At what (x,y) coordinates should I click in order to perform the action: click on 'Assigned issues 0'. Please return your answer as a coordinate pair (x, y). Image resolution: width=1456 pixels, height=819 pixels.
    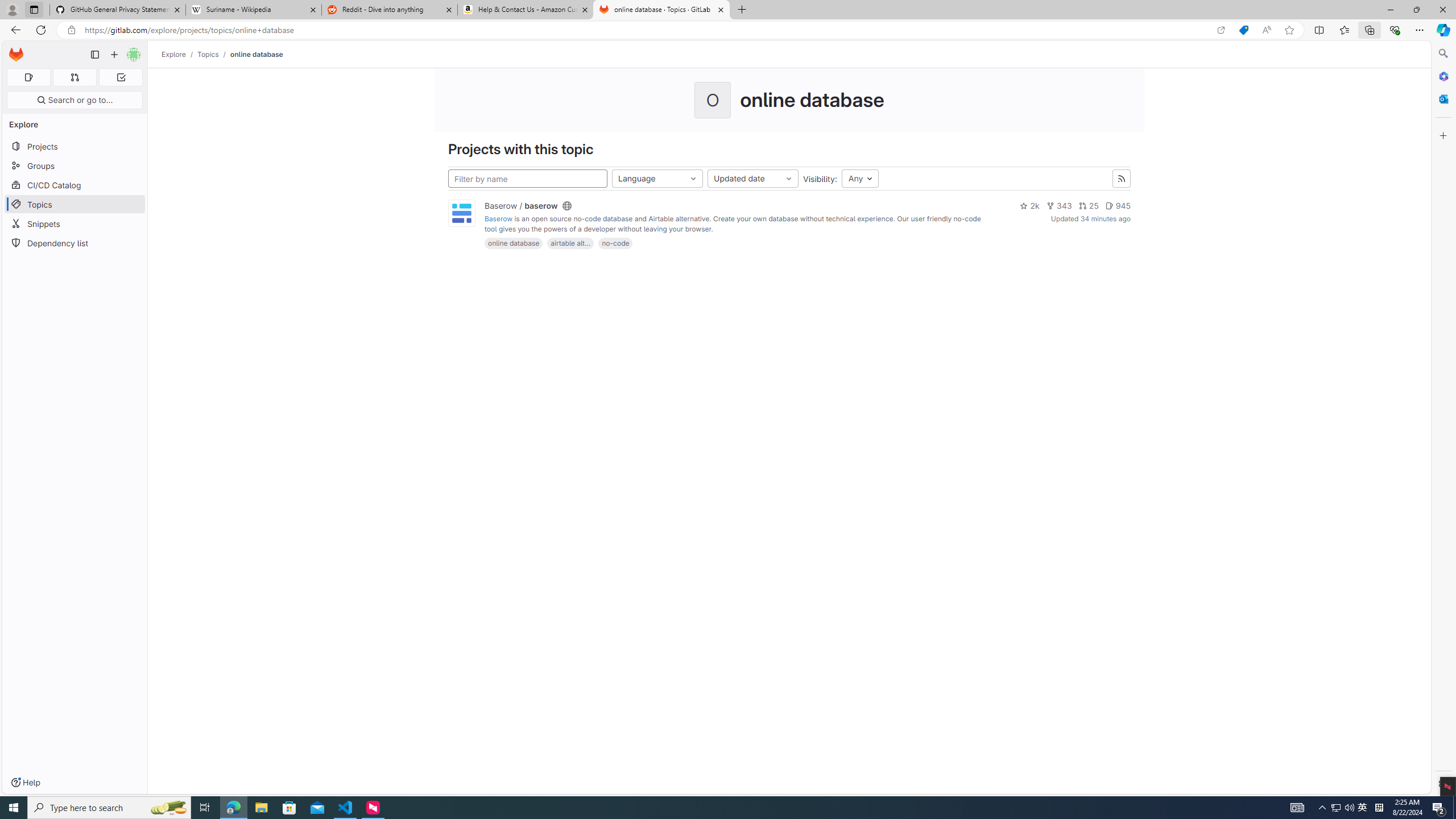
    Looking at the image, I should click on (28, 77).